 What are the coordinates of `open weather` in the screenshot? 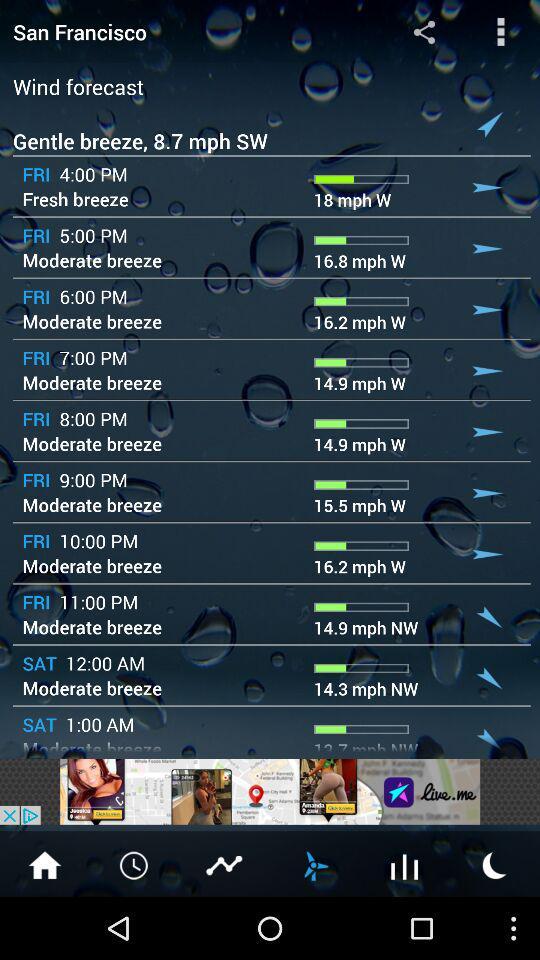 It's located at (405, 863).